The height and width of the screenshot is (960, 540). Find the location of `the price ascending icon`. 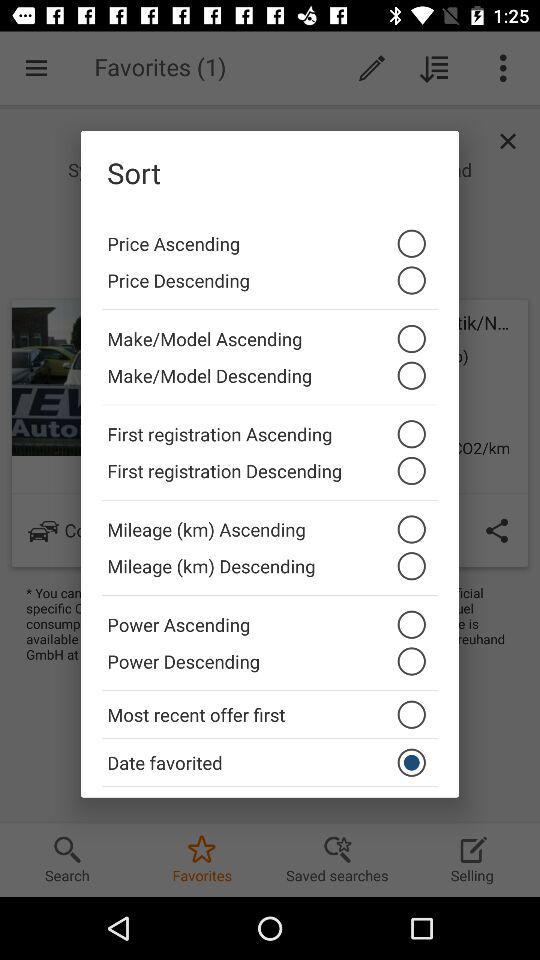

the price ascending icon is located at coordinates (270, 238).